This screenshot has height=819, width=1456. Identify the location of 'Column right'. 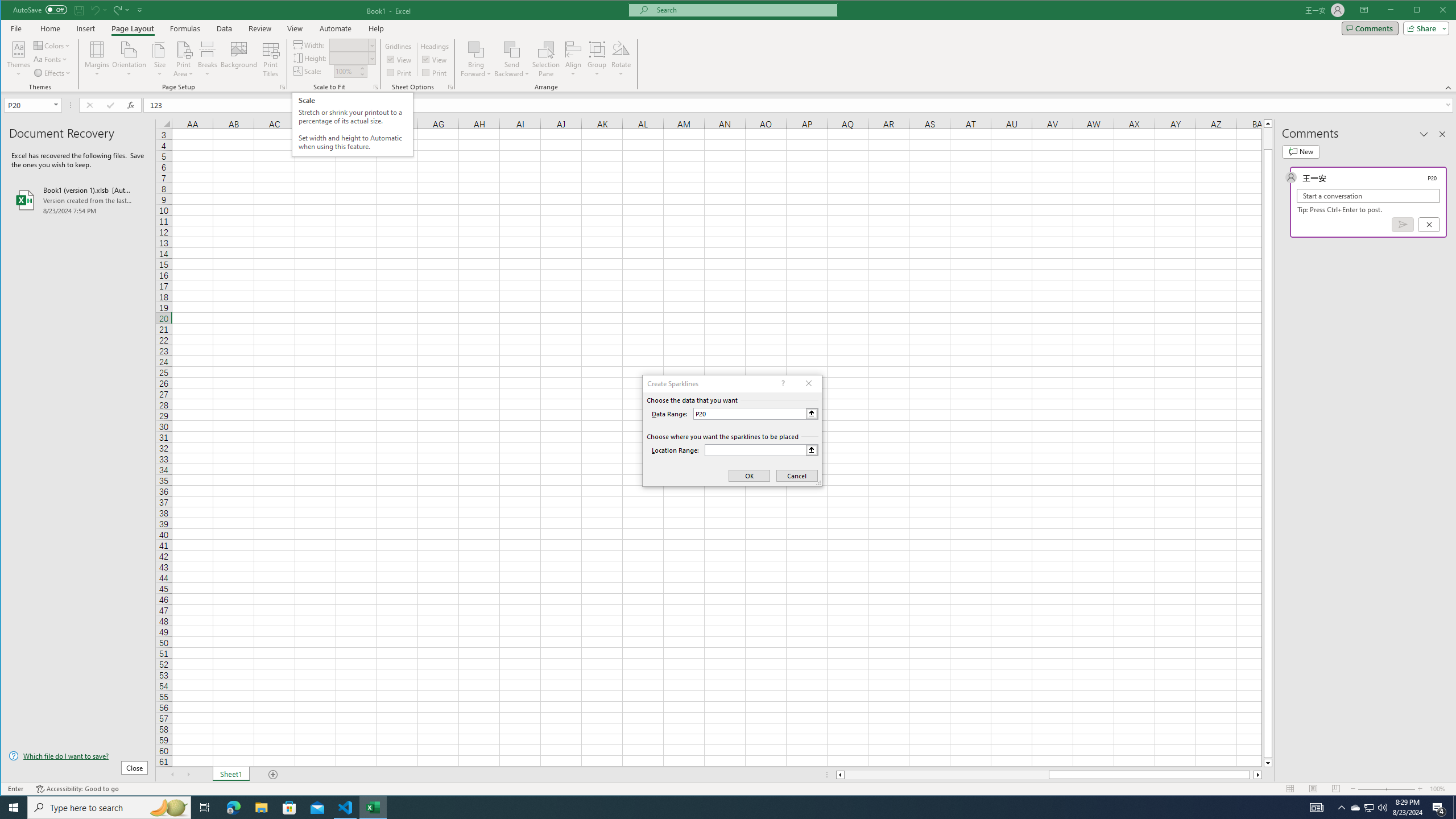
(1259, 775).